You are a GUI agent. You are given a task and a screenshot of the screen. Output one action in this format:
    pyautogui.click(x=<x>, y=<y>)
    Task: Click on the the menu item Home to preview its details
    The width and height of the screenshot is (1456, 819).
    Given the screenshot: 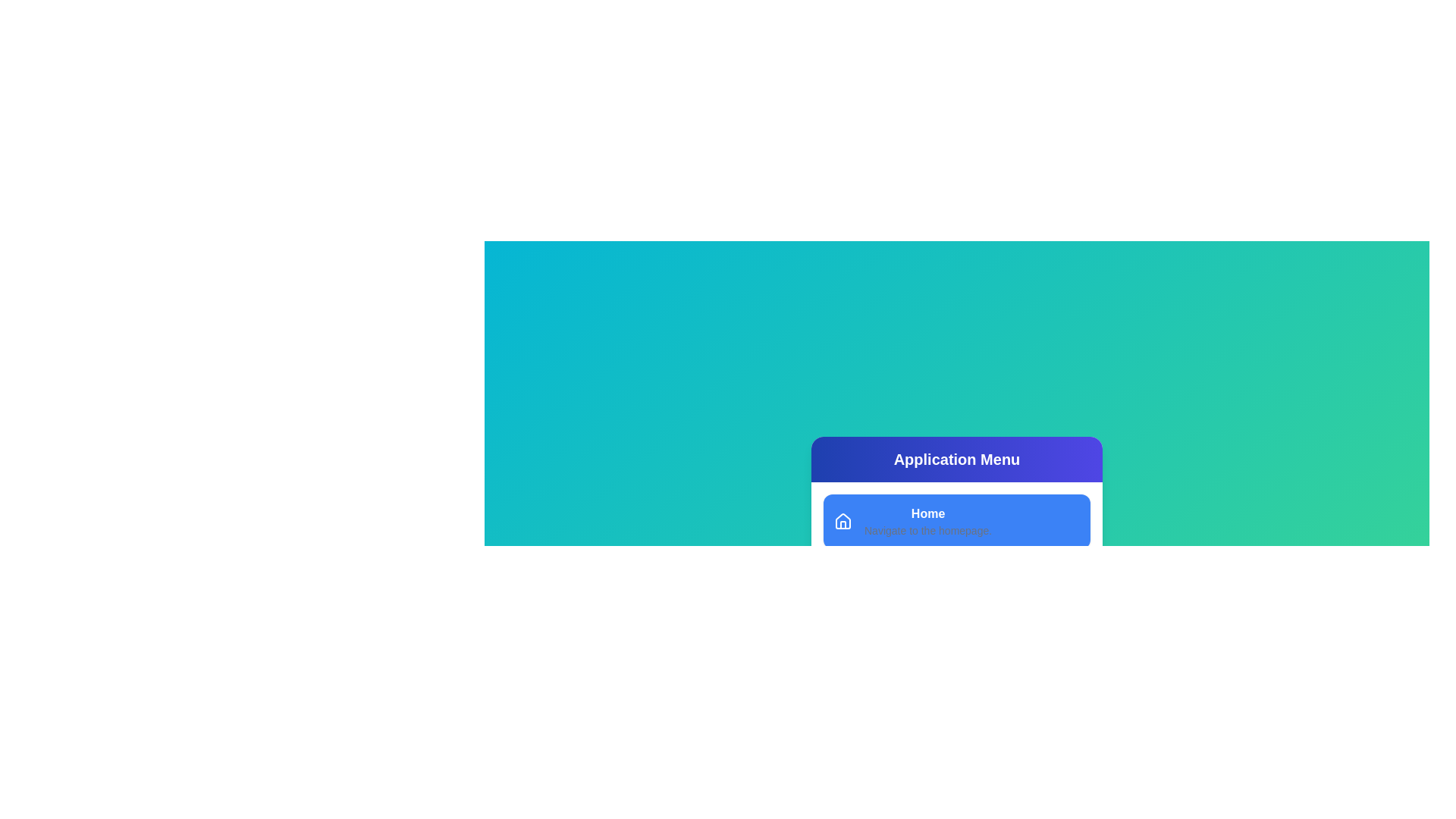 What is the action you would take?
    pyautogui.click(x=956, y=520)
    